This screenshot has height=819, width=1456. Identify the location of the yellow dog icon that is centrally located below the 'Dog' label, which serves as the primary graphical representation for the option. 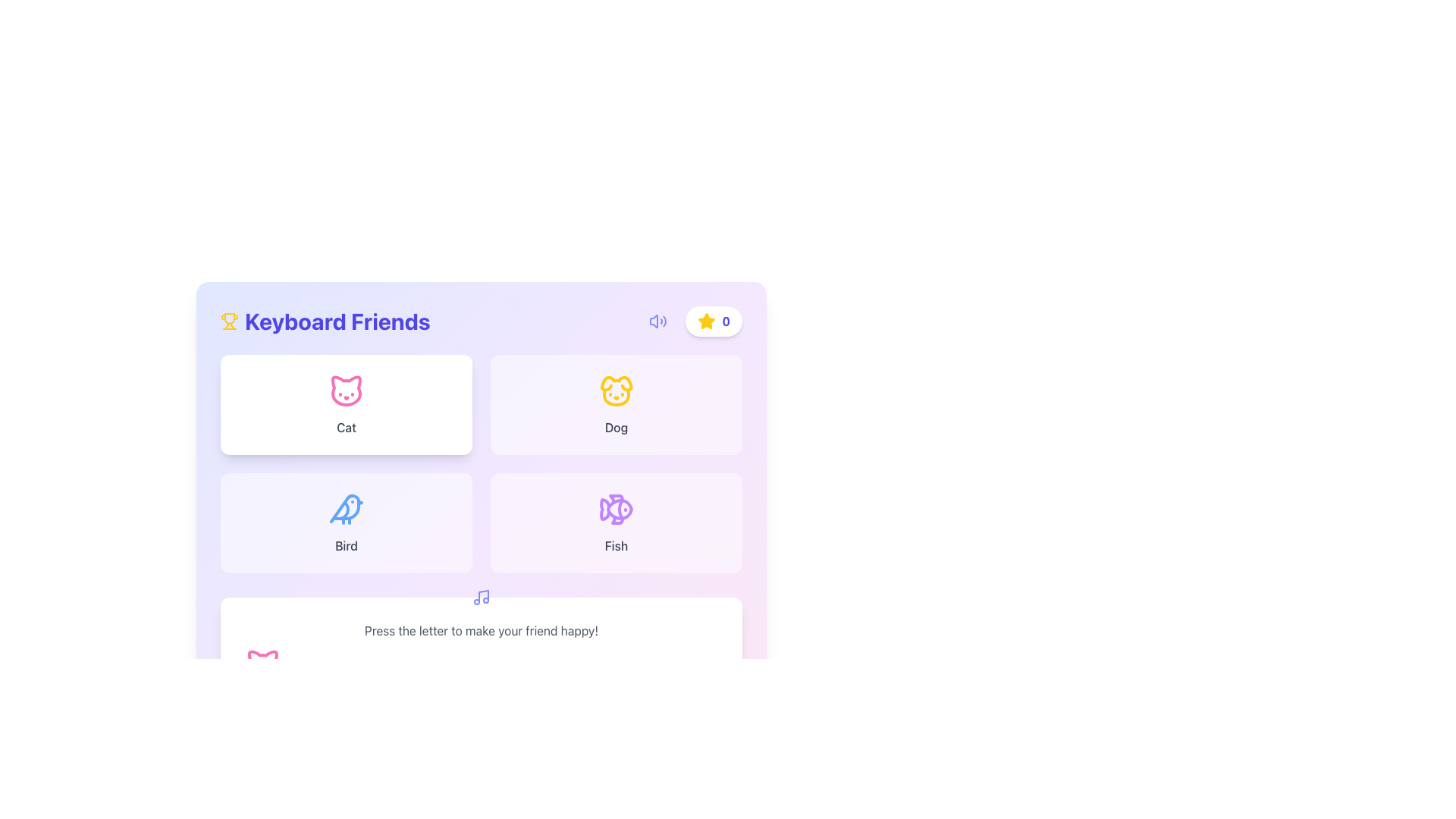
(616, 391).